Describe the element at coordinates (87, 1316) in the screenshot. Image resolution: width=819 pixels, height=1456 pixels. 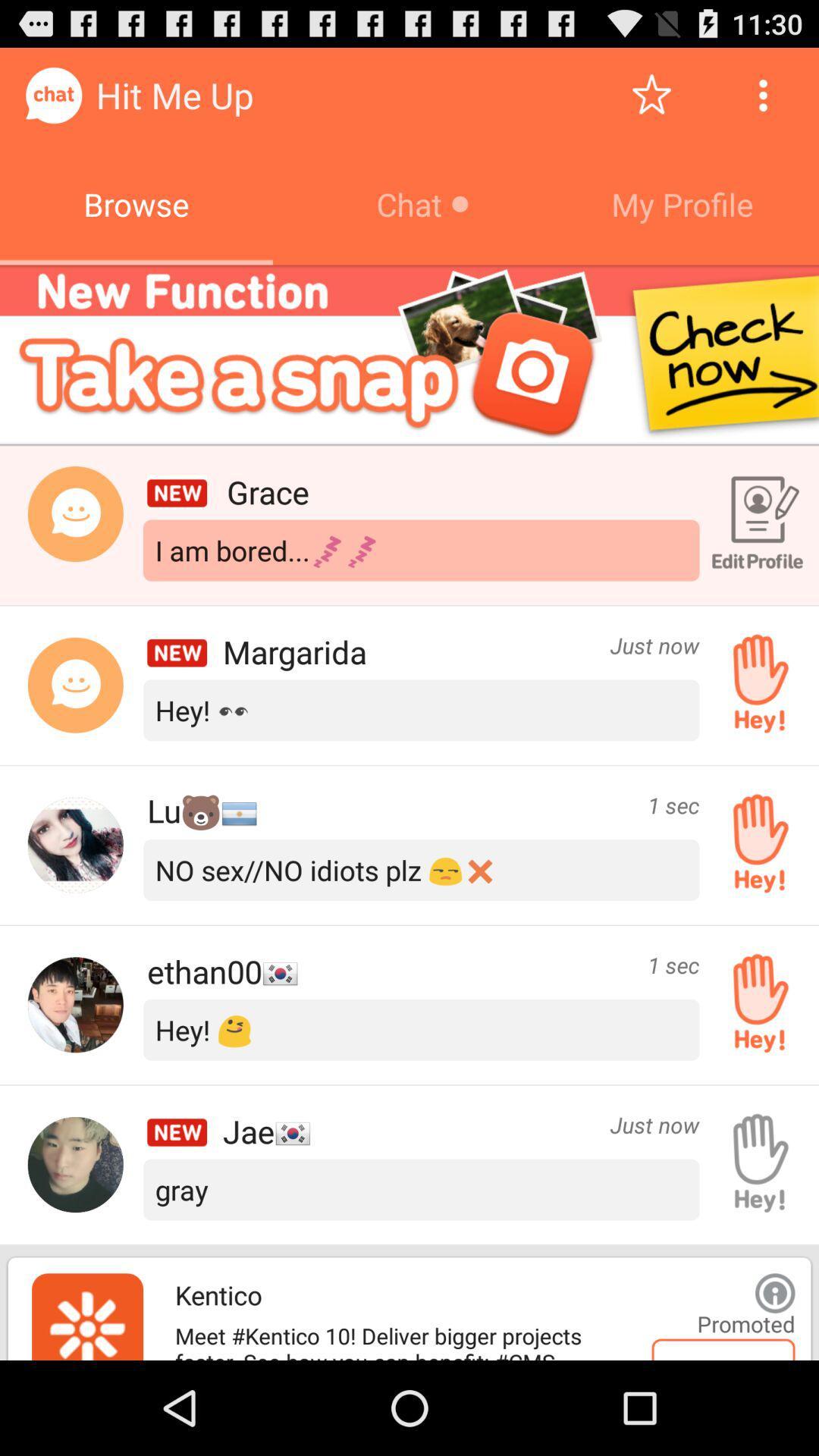
I see `advertisement` at that location.